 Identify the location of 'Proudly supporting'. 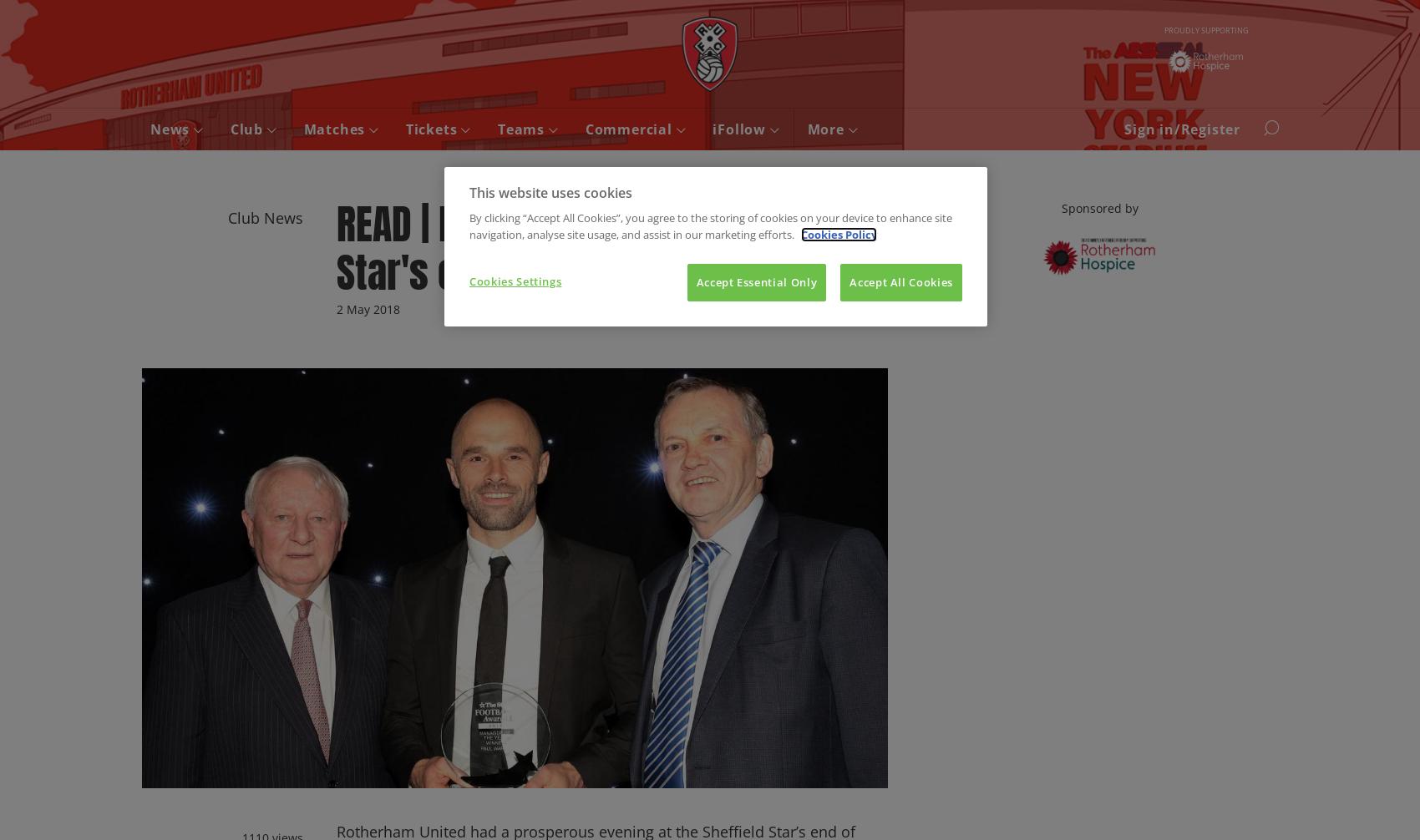
(1204, 29).